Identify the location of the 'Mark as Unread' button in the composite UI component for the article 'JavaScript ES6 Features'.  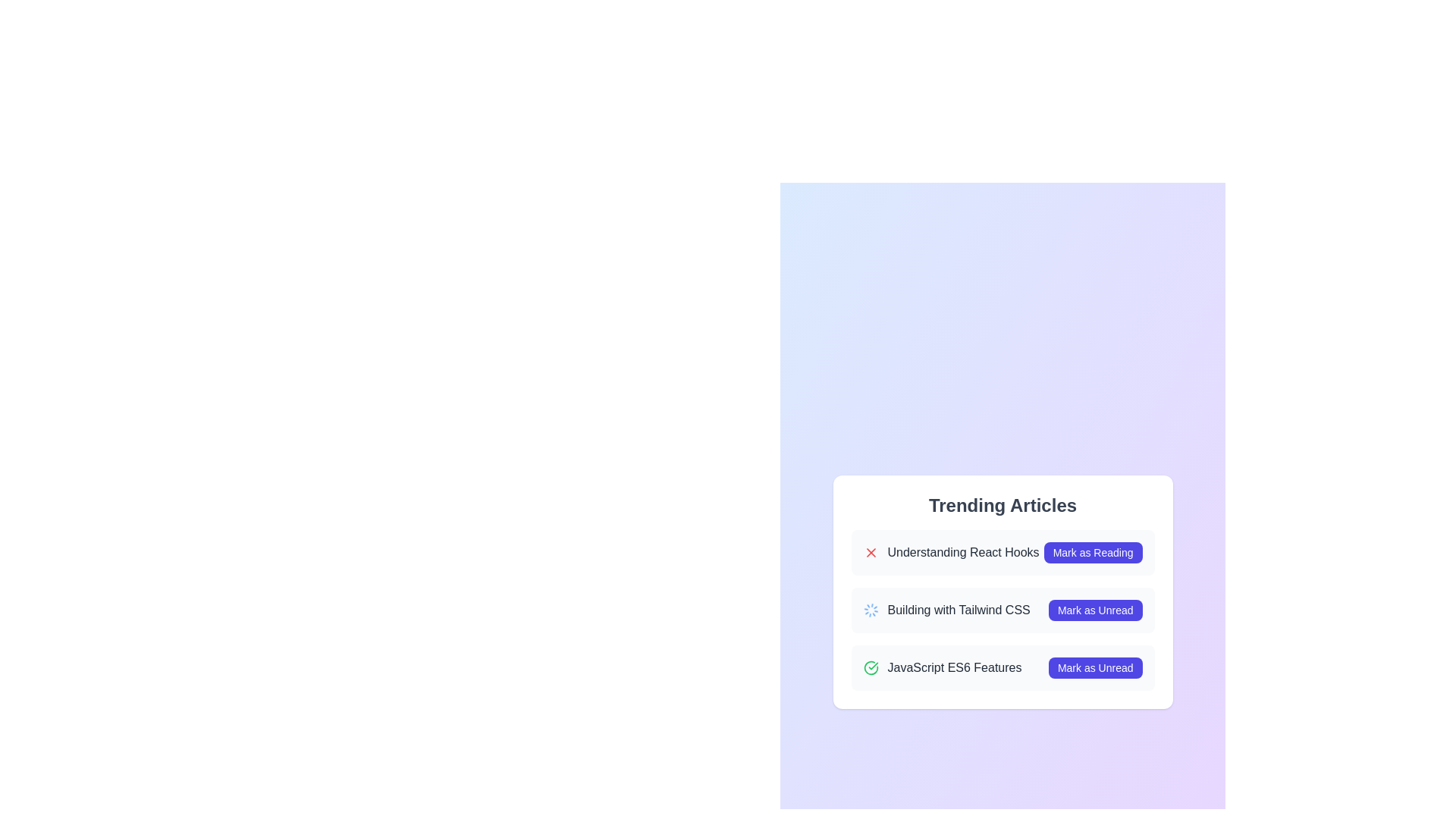
(1003, 667).